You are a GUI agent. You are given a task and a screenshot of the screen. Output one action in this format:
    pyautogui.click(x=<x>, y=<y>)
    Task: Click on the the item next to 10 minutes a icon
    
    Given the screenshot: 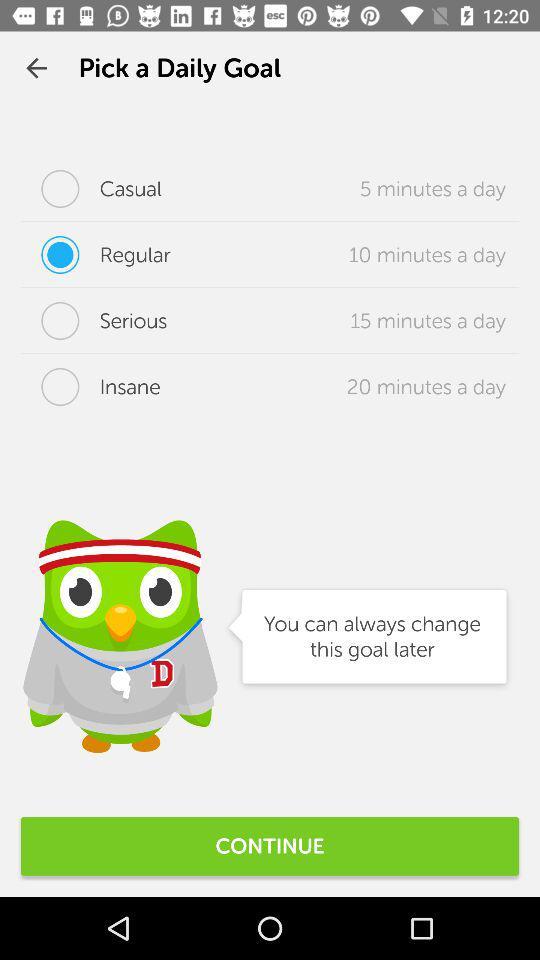 What is the action you would take?
    pyautogui.click(x=94, y=253)
    